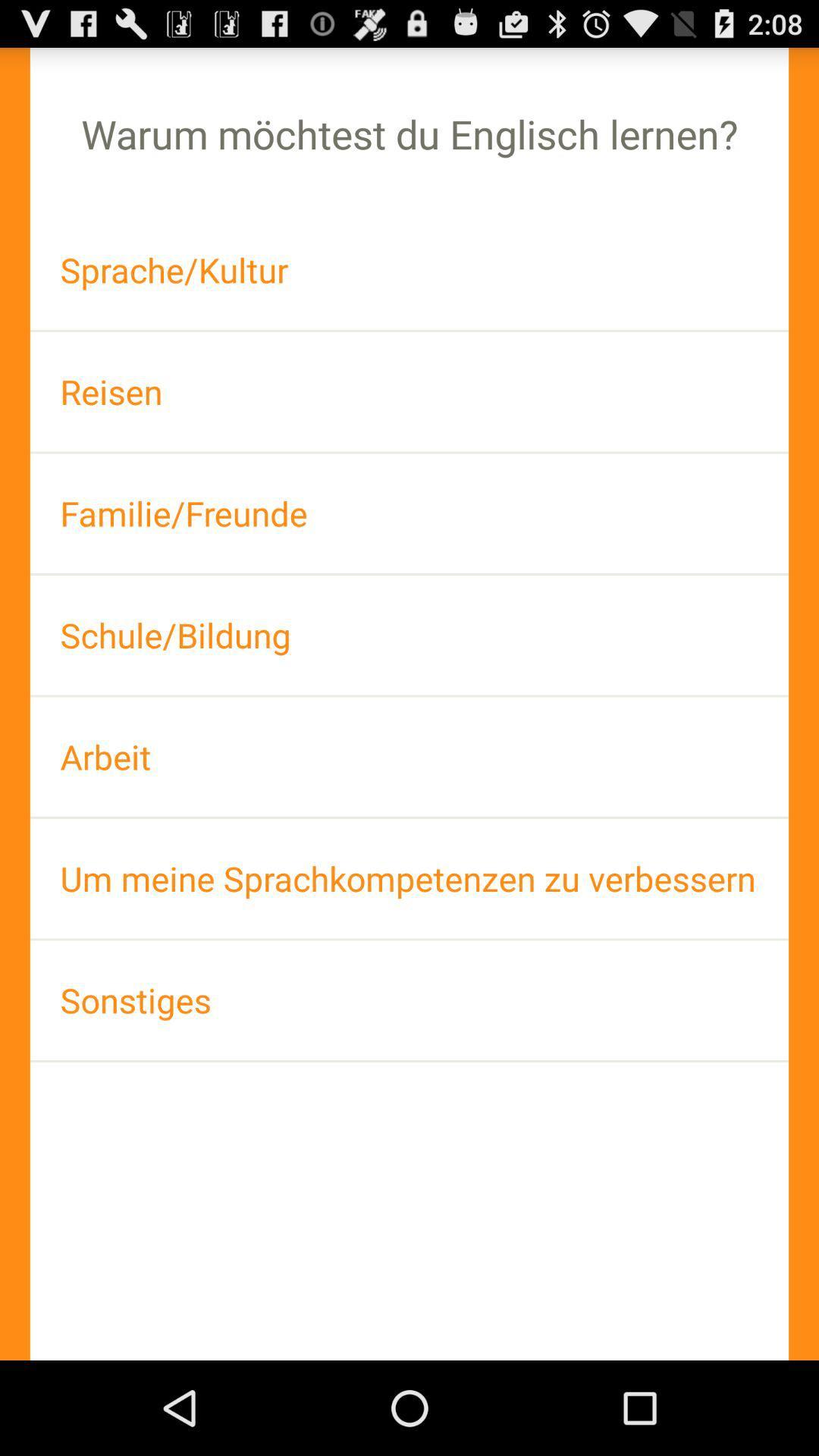 The width and height of the screenshot is (819, 1456). Describe the element at coordinates (409, 513) in the screenshot. I see `familie/freunde app` at that location.